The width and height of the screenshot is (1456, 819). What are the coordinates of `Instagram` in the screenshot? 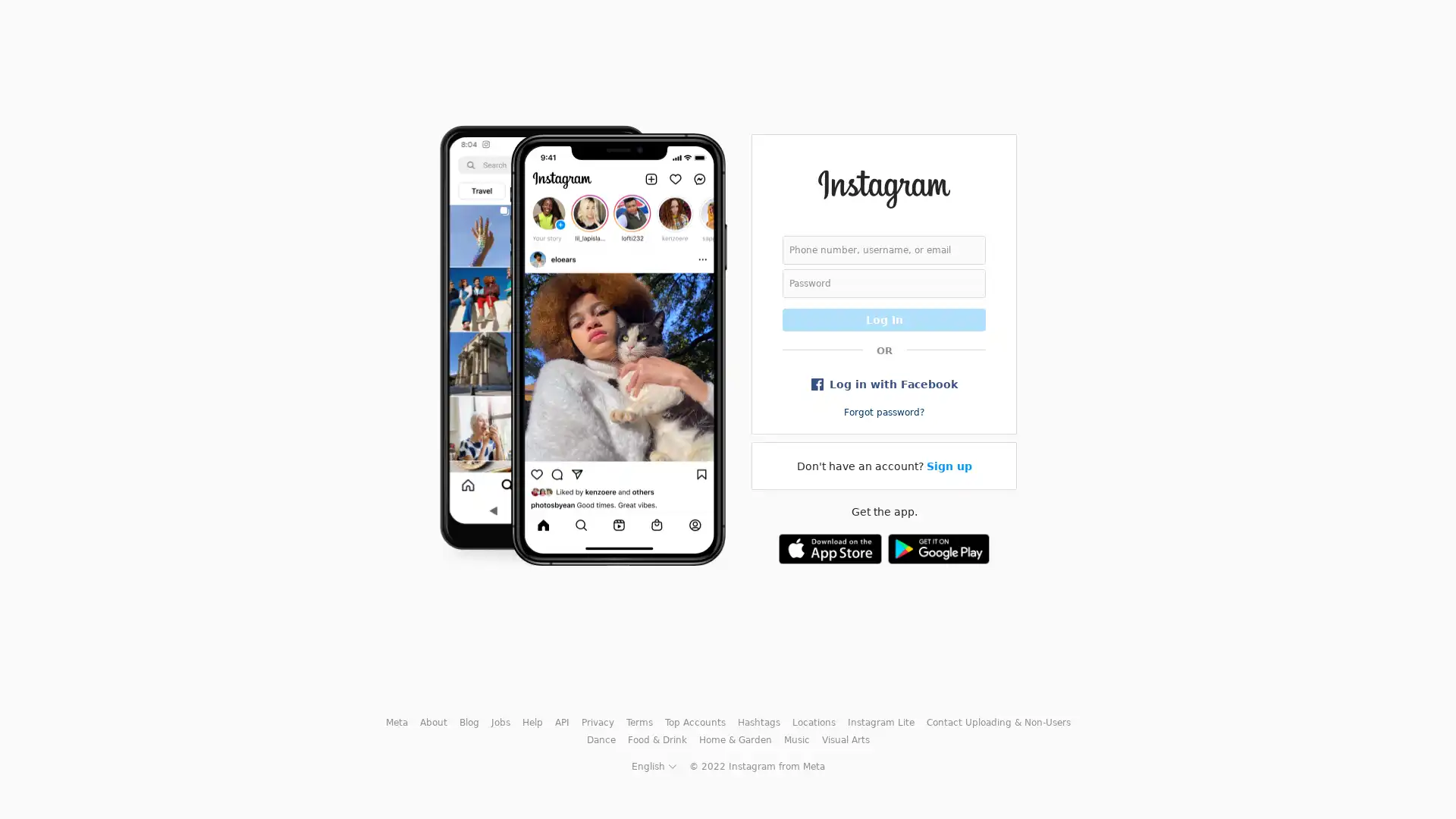 It's located at (883, 188).